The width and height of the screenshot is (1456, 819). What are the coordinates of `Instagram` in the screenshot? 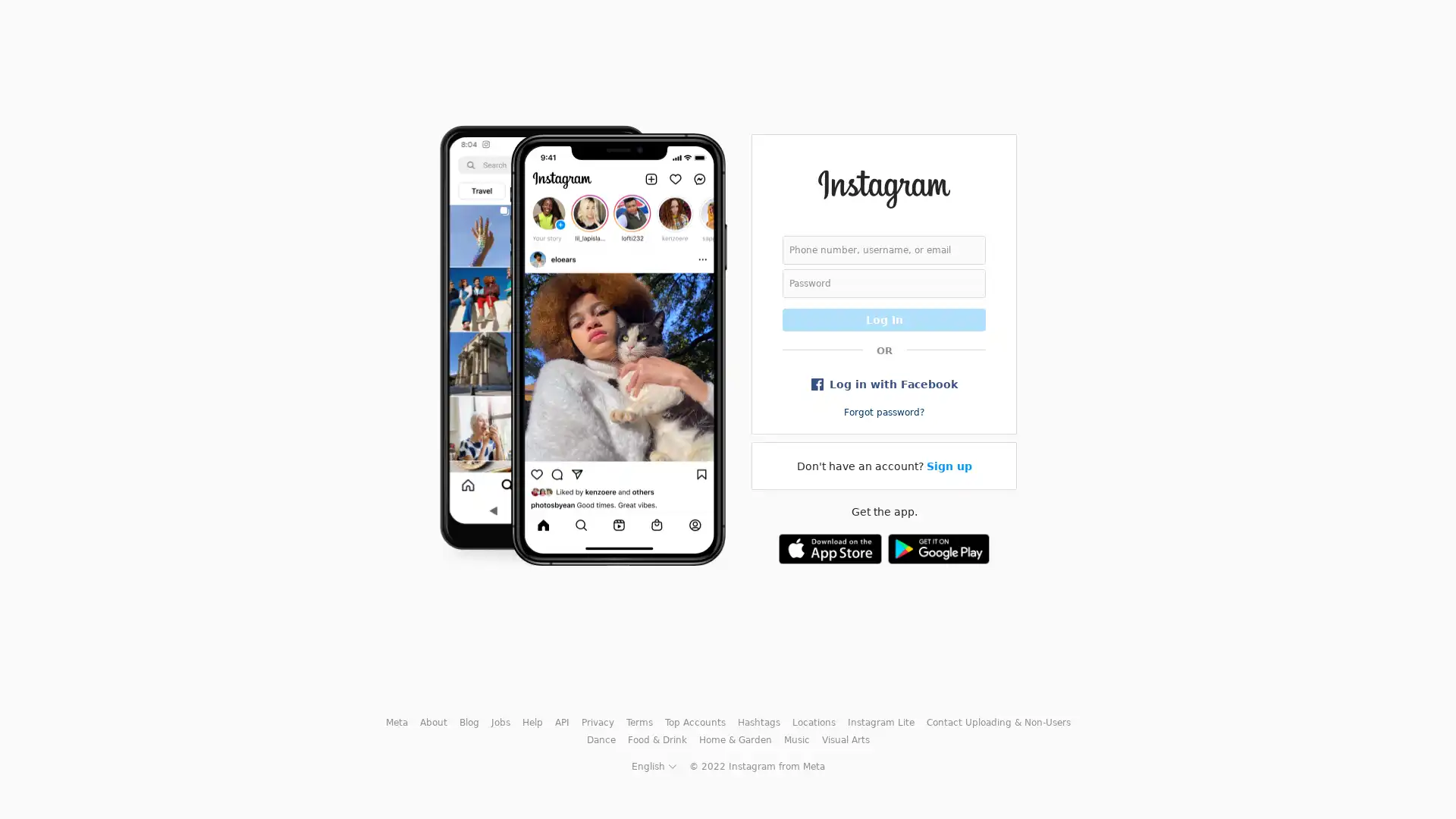 It's located at (883, 188).